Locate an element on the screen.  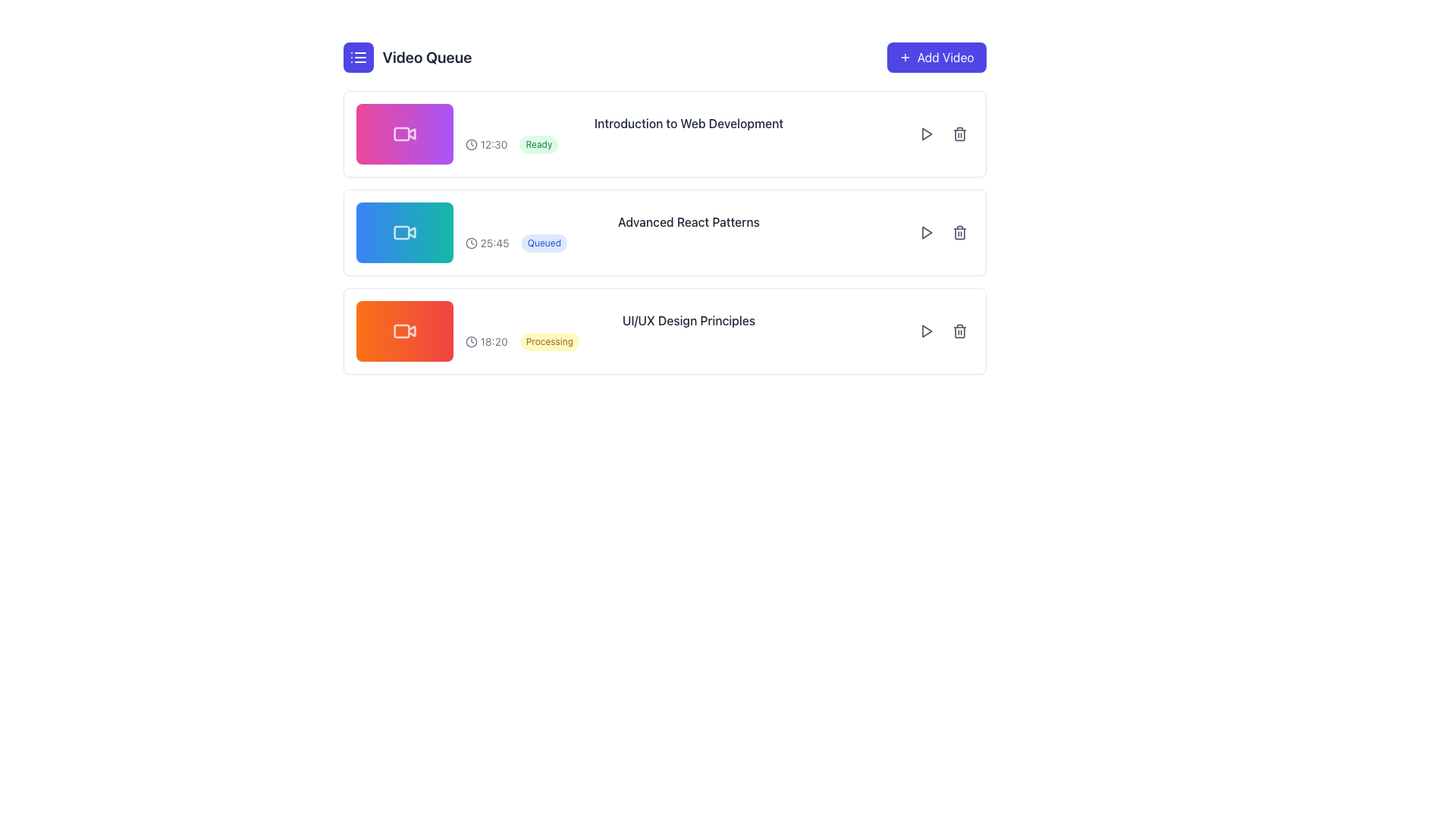
the triangular play icon button located at the far right of the third list item row, between the 'UI/UX Design Principles' label and the trash can icon is located at coordinates (925, 330).